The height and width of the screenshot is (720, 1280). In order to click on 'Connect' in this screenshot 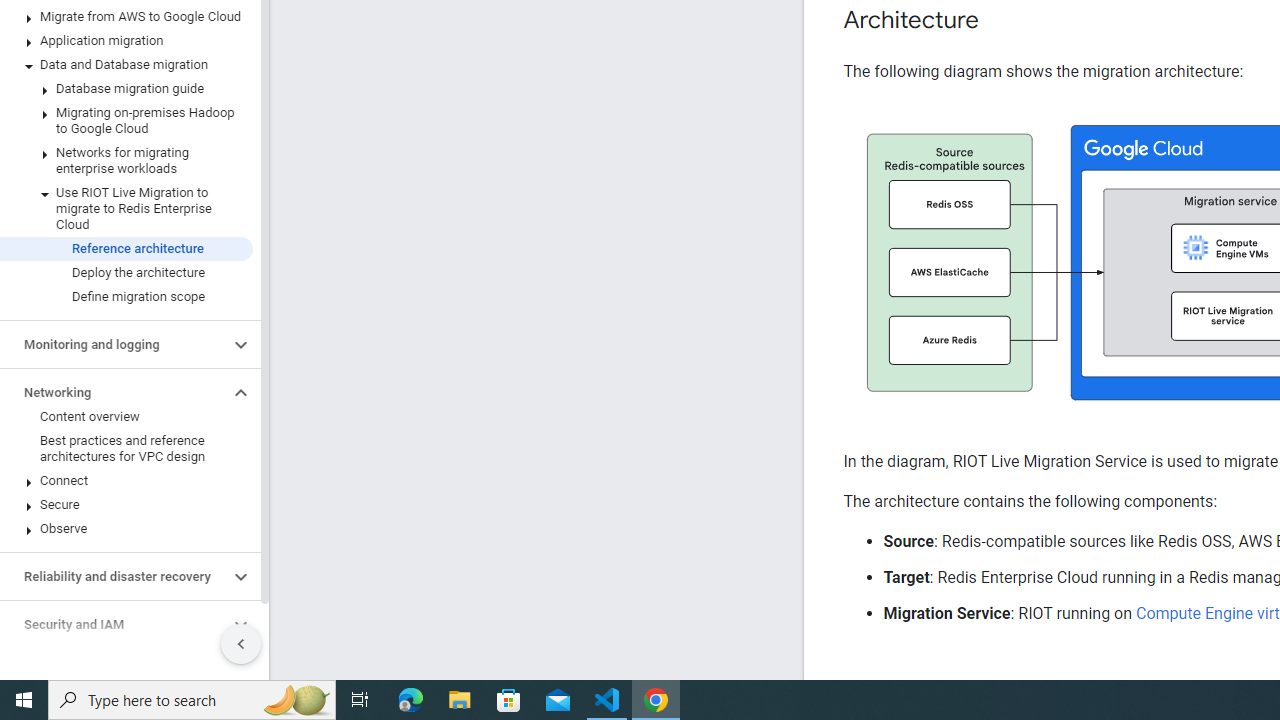, I will do `click(125, 480)`.